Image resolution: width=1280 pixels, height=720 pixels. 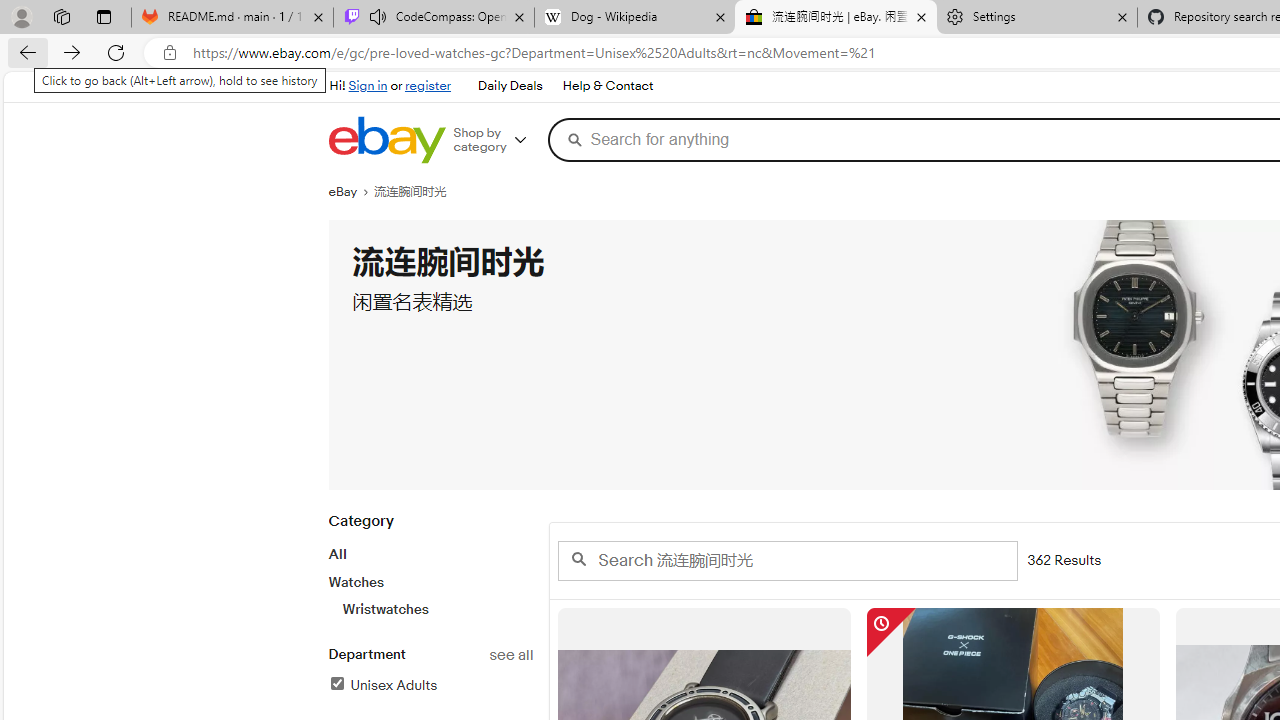 What do you see at coordinates (429, 594) in the screenshot?
I see `'WatchesWristwatches'` at bounding box center [429, 594].